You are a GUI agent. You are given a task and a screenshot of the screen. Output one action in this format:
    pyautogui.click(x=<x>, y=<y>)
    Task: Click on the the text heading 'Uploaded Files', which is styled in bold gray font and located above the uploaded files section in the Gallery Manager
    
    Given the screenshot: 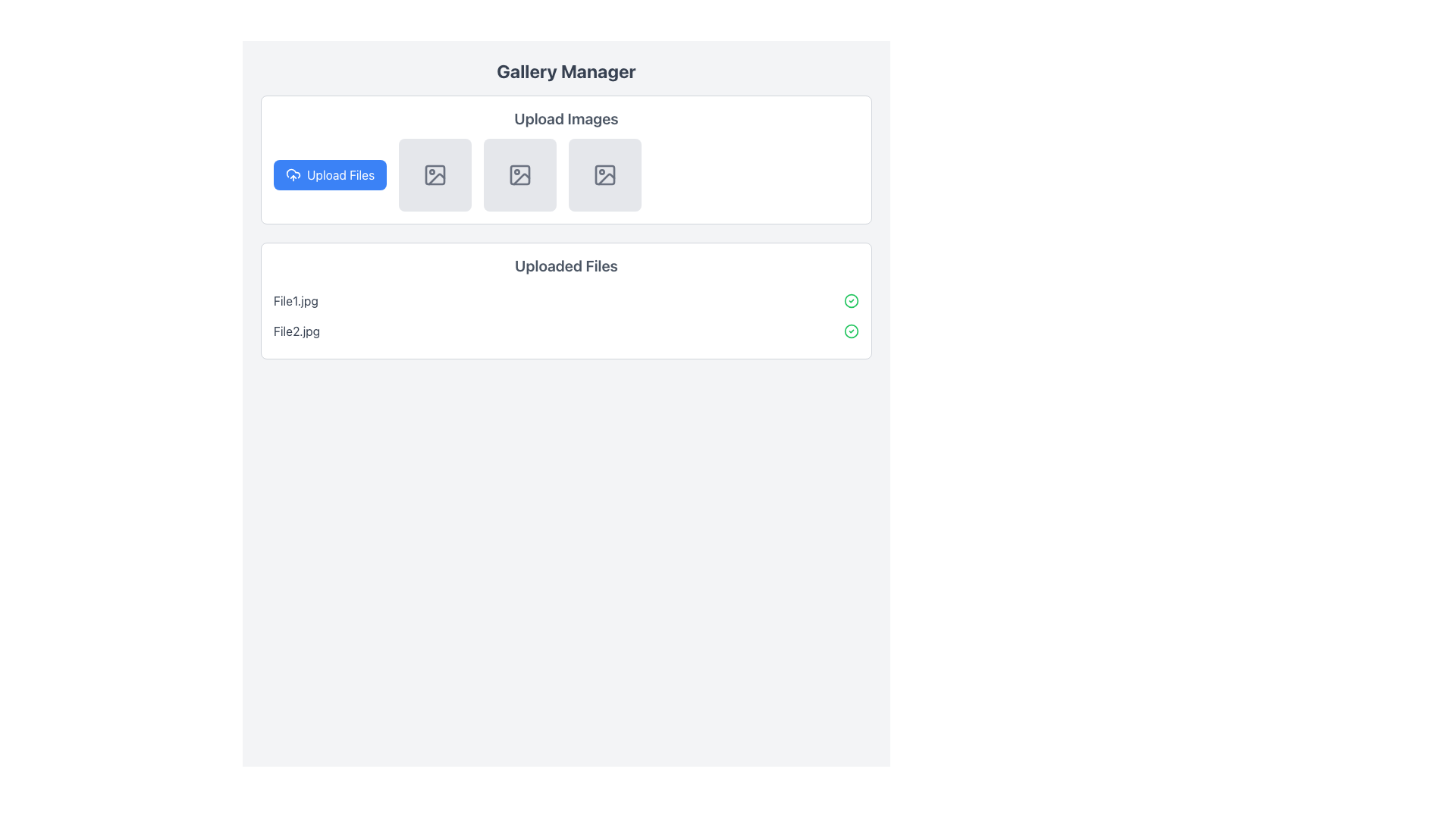 What is the action you would take?
    pyautogui.click(x=566, y=265)
    